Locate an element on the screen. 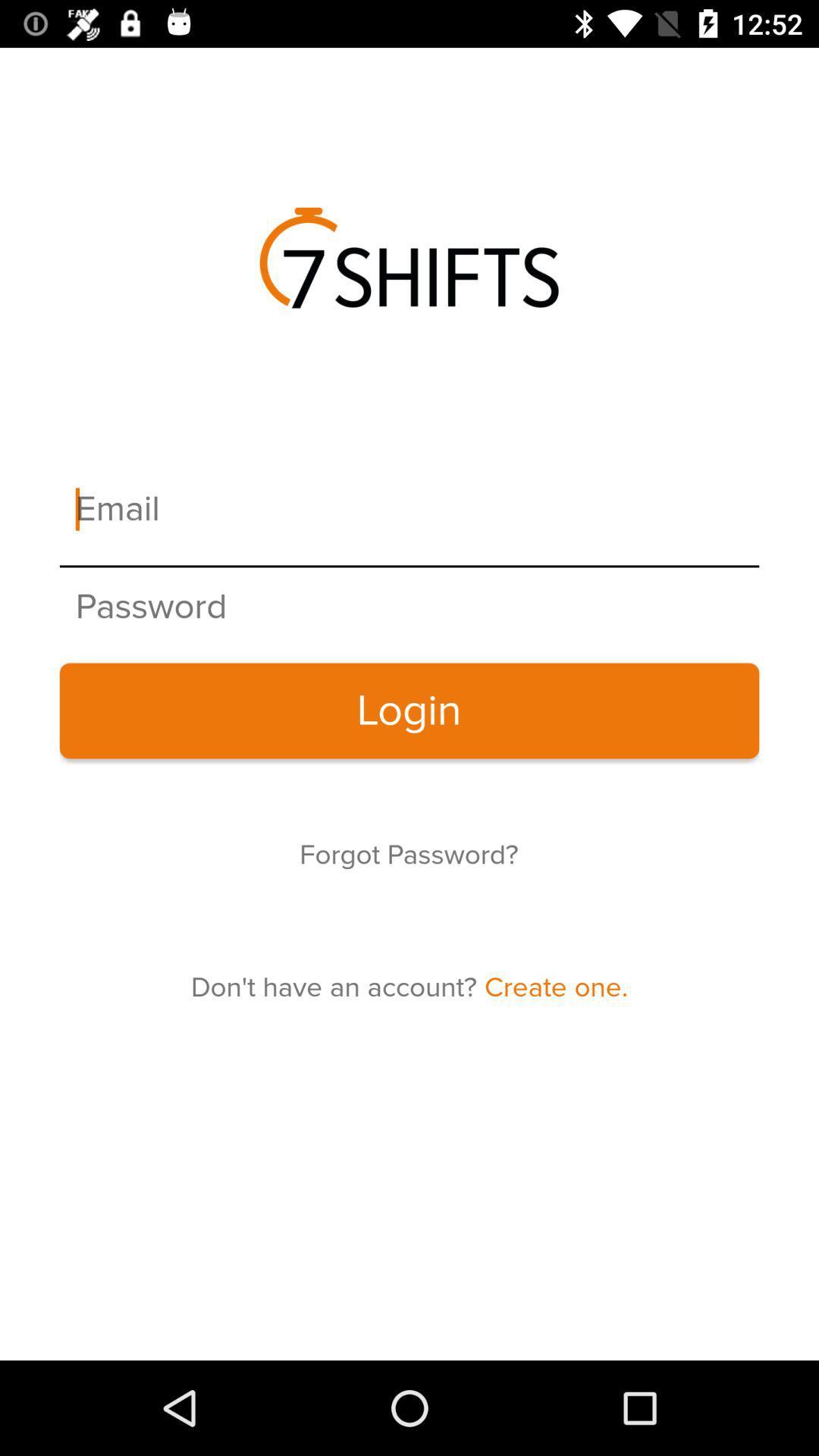  email is located at coordinates (409, 510).